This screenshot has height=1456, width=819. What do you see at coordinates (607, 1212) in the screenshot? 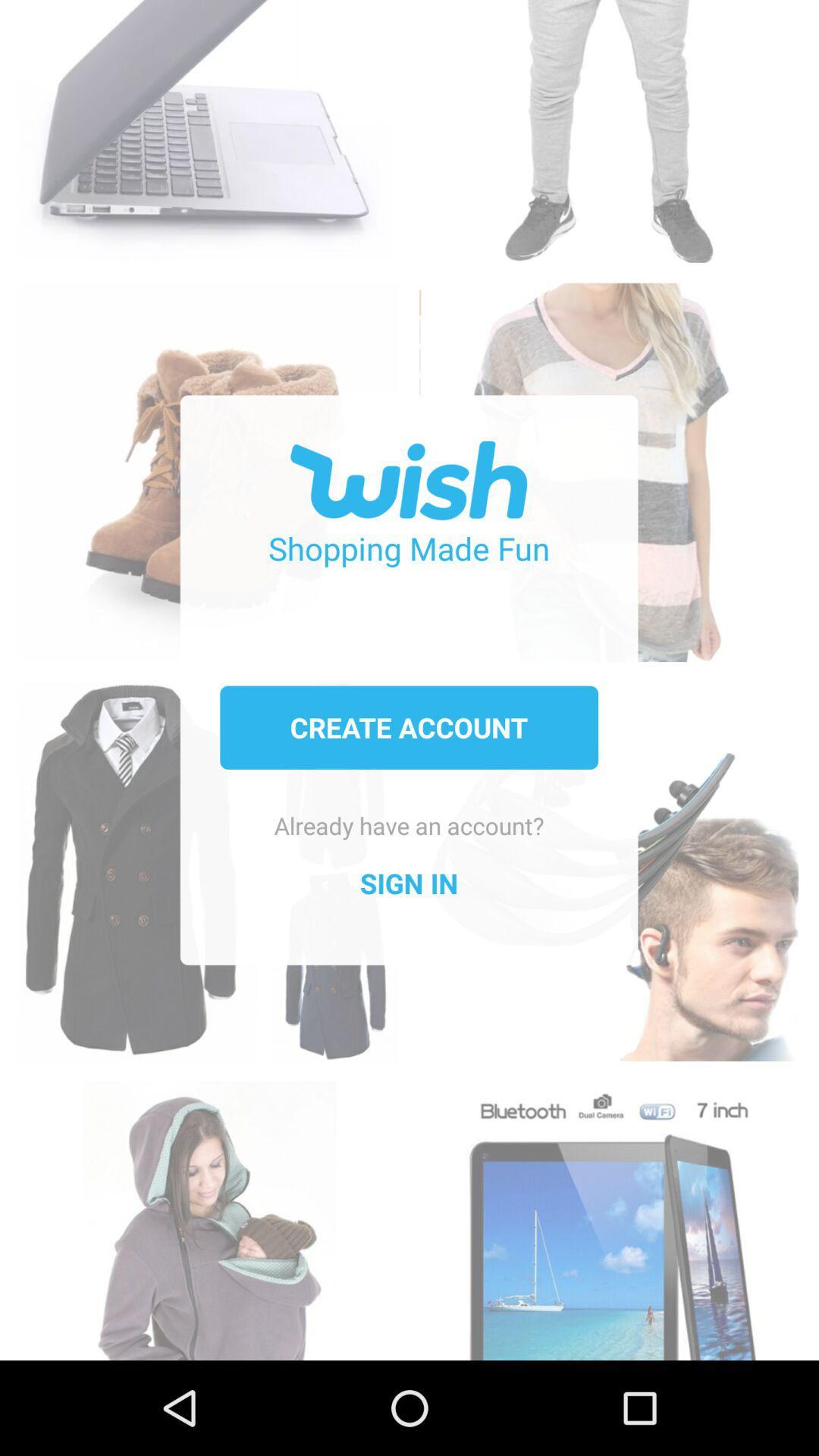
I see `right corner phone image from bottom` at bounding box center [607, 1212].